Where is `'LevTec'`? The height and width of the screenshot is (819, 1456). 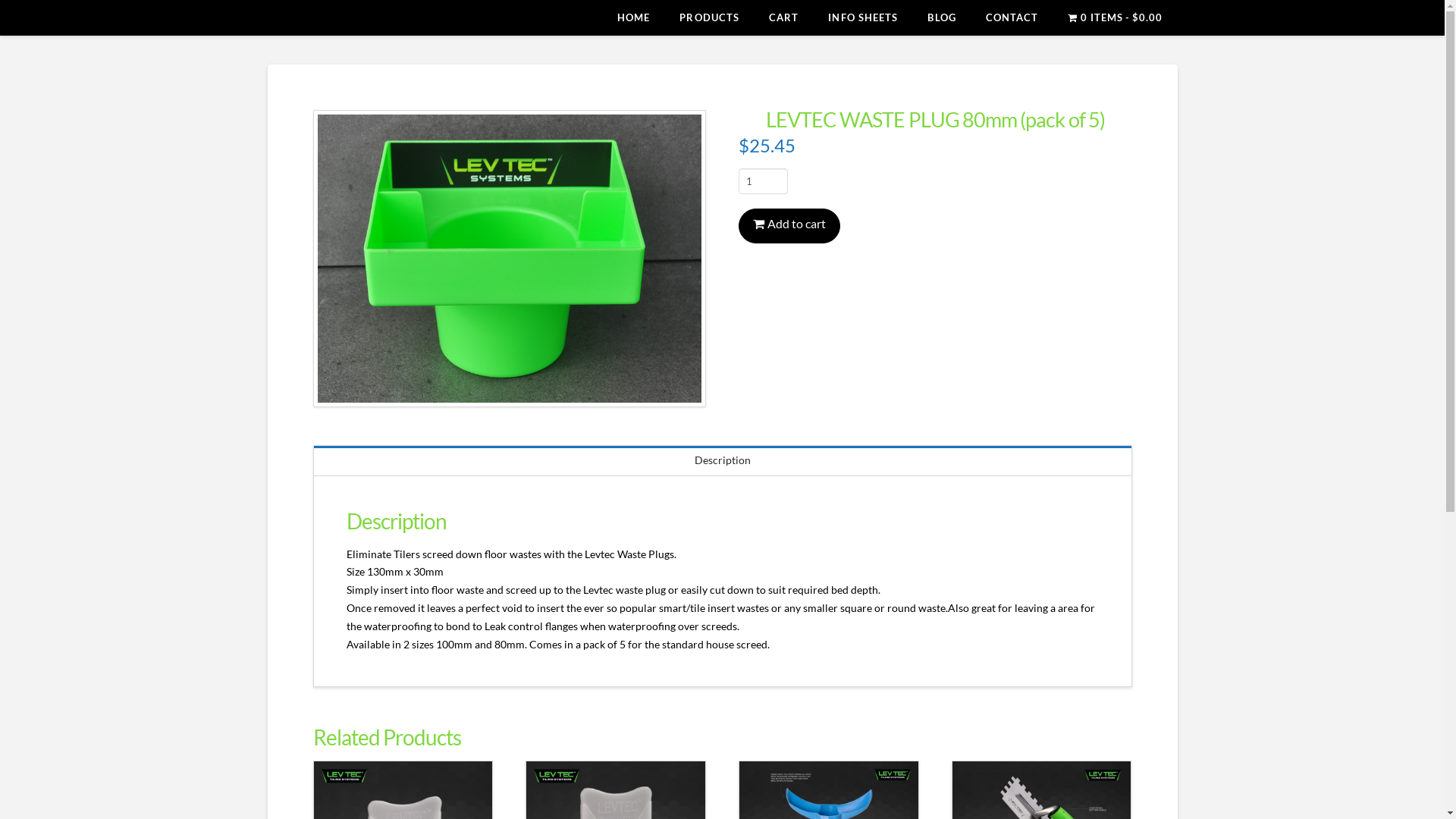 'LevTec' is located at coordinates (266, 20).